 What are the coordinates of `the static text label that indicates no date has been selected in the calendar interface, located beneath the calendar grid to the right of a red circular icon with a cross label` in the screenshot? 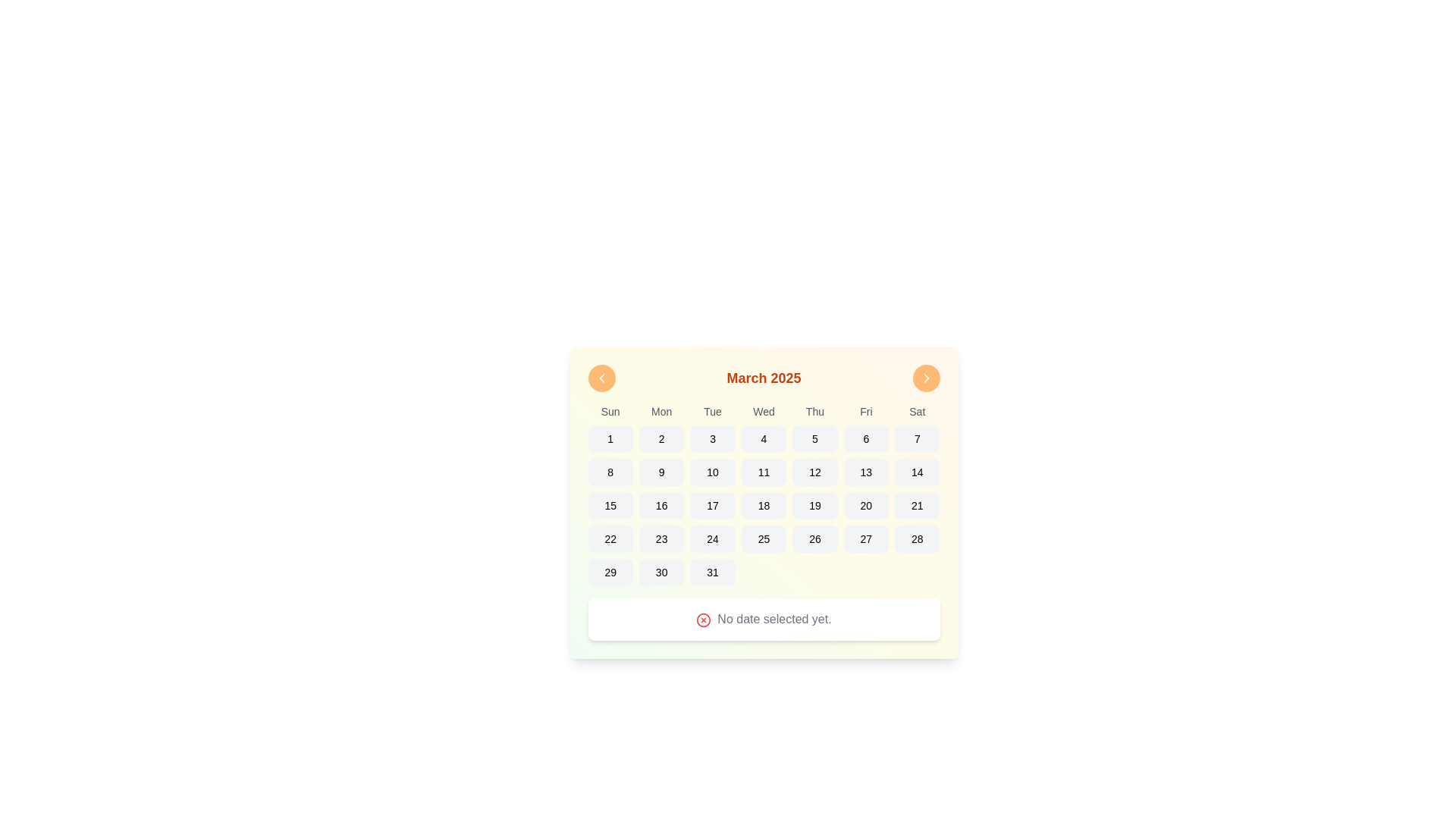 It's located at (774, 619).